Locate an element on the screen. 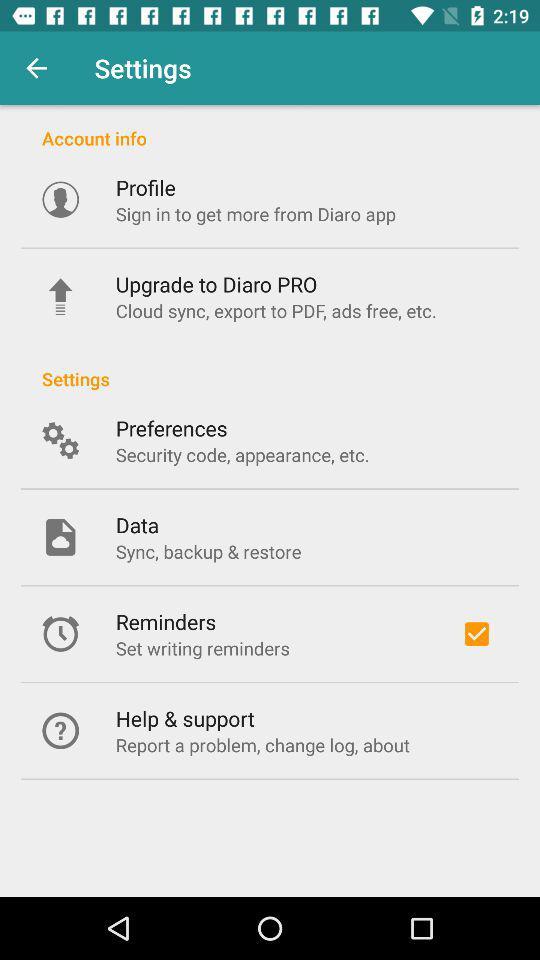 This screenshot has width=540, height=960. the account info item is located at coordinates (270, 126).